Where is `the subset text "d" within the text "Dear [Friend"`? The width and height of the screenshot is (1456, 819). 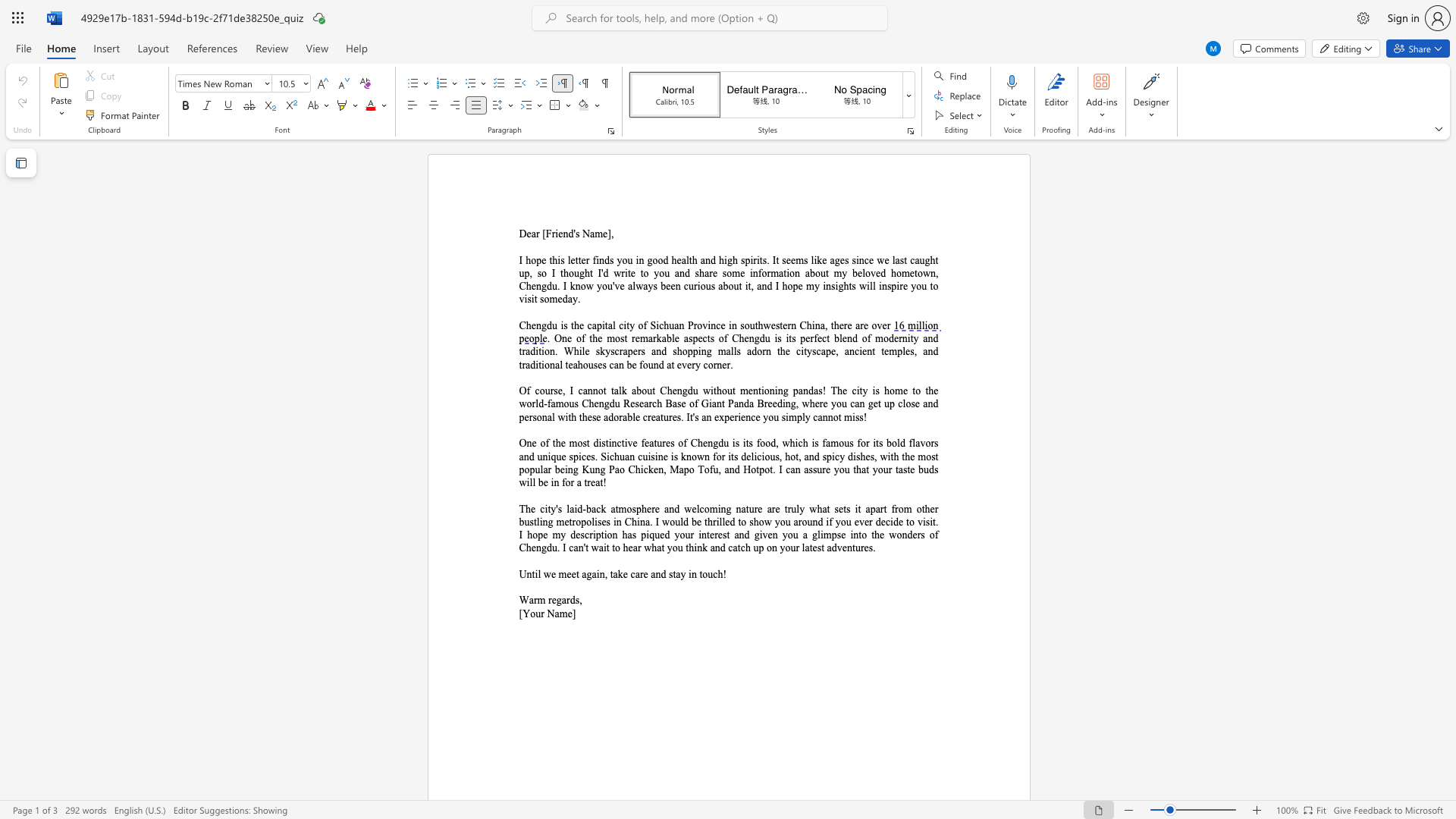 the subset text "d" within the text "Dear [Friend" is located at coordinates (567, 234).